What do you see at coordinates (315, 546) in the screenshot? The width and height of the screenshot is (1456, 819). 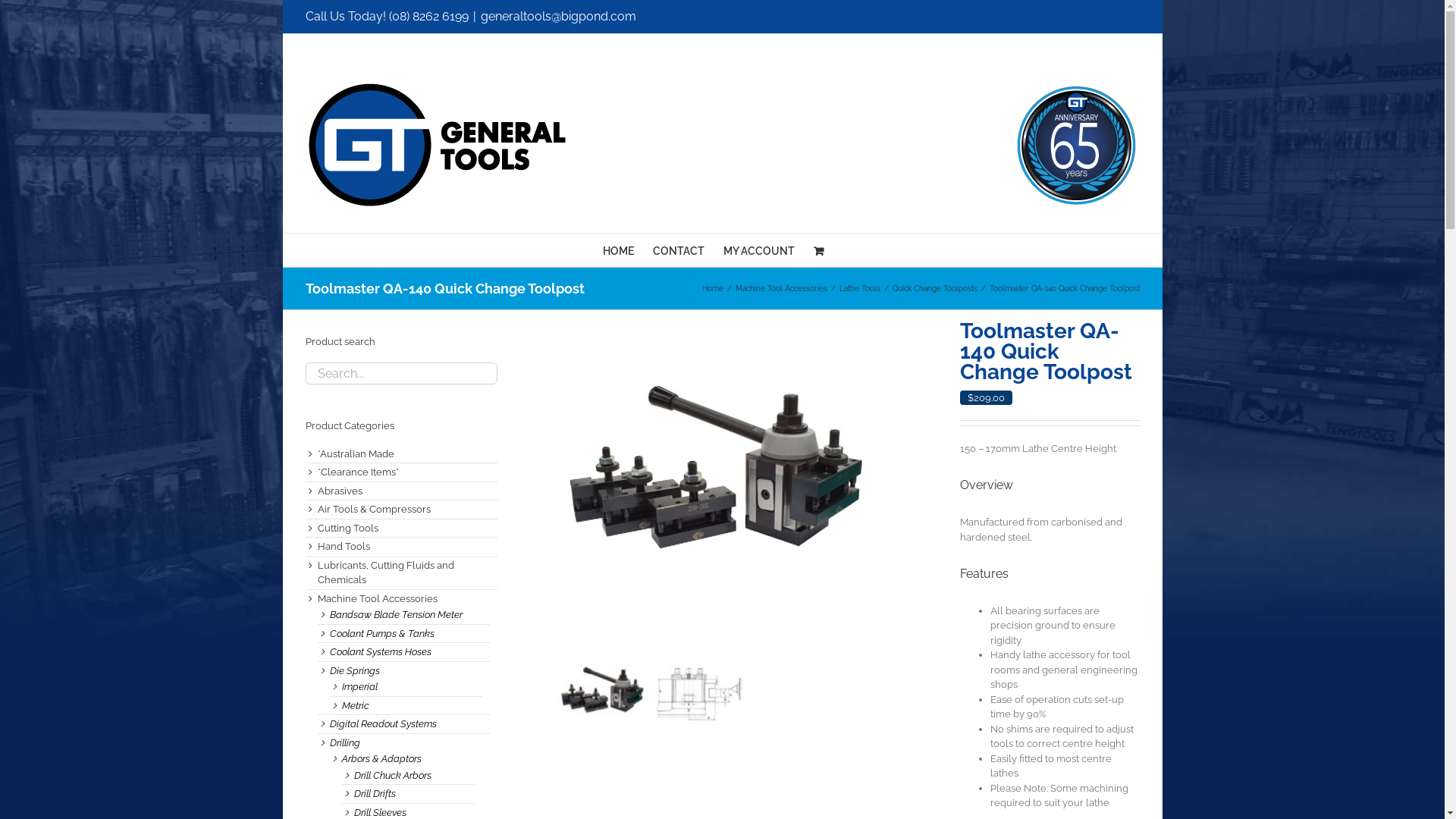 I see `'Hand Tools'` at bounding box center [315, 546].